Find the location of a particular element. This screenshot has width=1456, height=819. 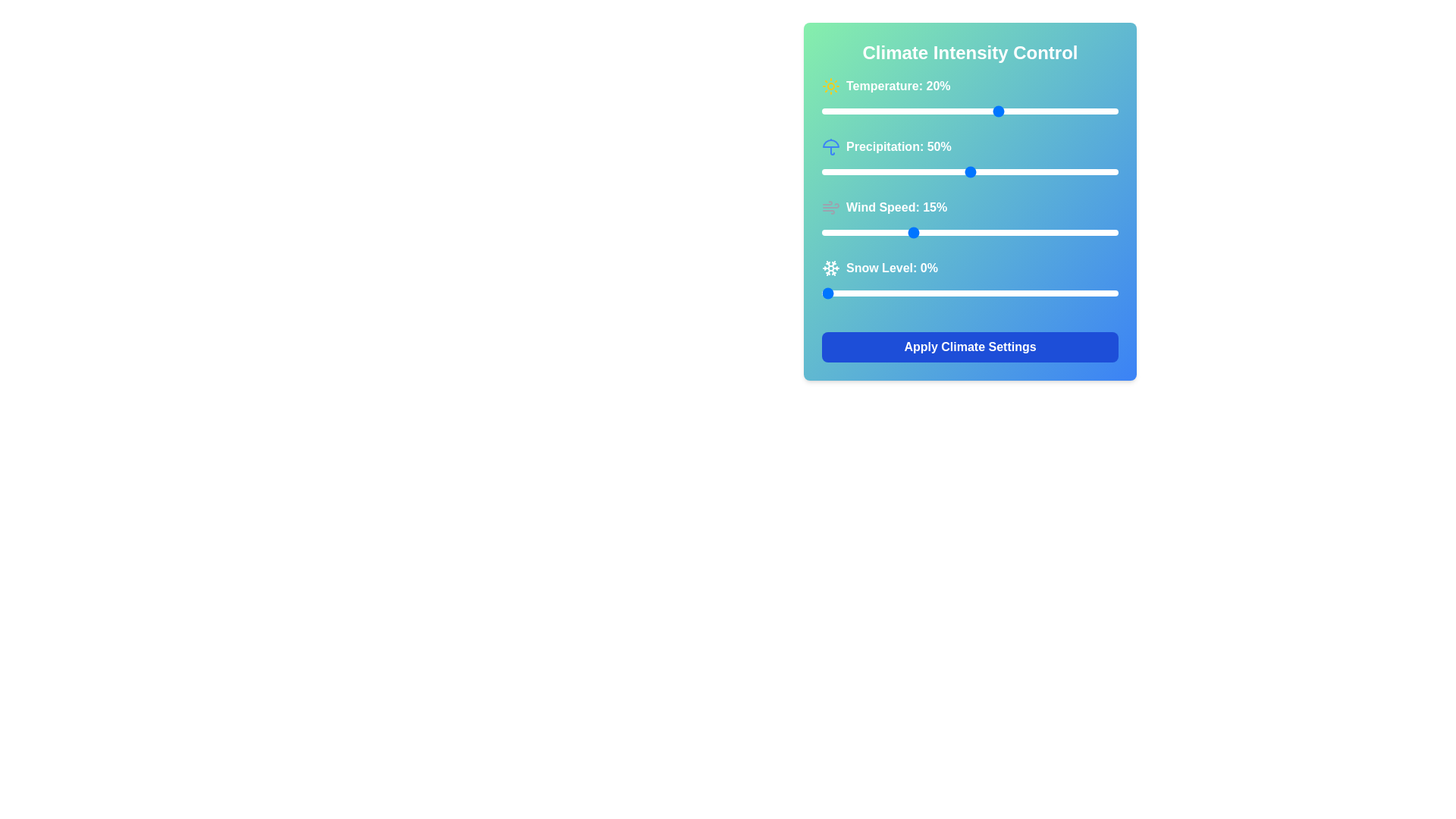

the rectangular button with a blue background and white bold text saying 'Apply Climate Settings' is located at coordinates (969, 347).